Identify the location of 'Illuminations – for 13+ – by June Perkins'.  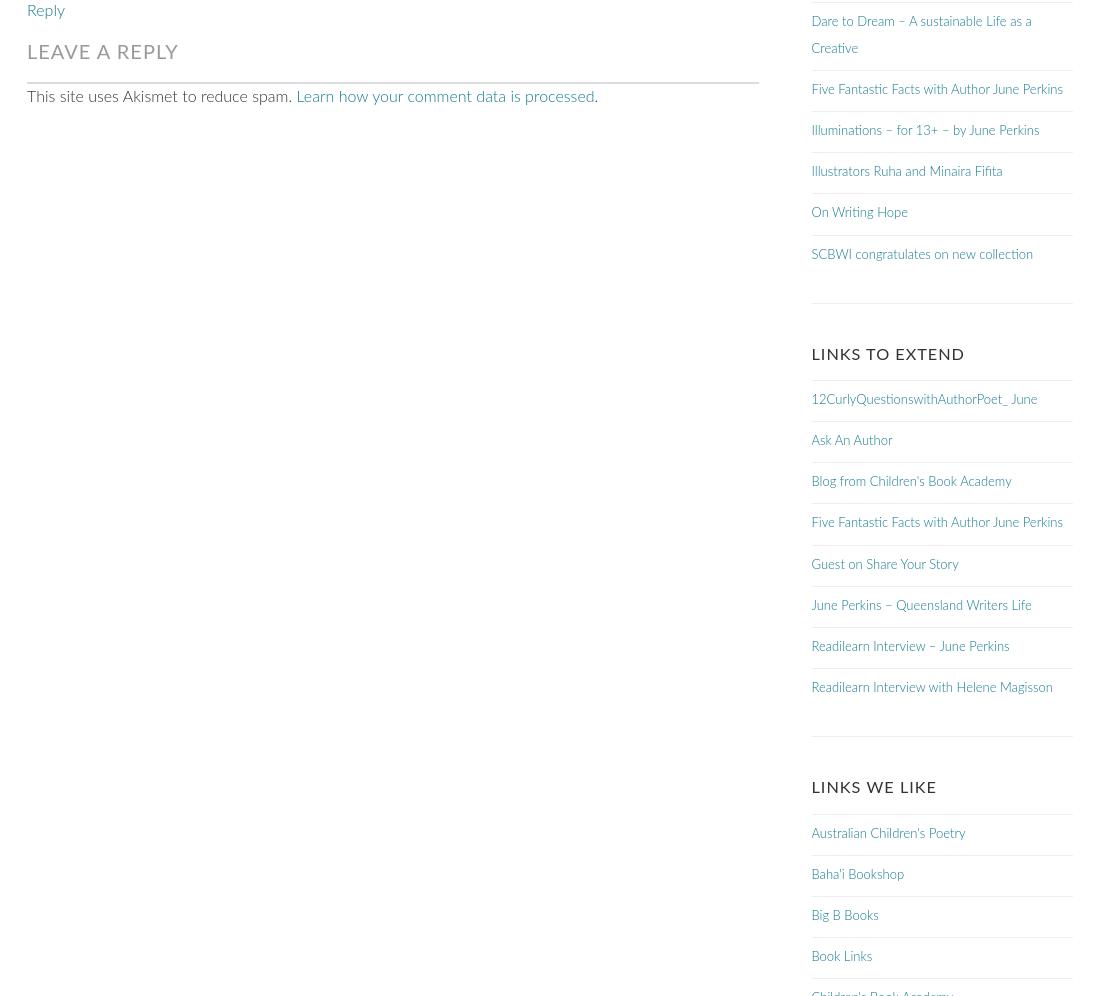
(811, 130).